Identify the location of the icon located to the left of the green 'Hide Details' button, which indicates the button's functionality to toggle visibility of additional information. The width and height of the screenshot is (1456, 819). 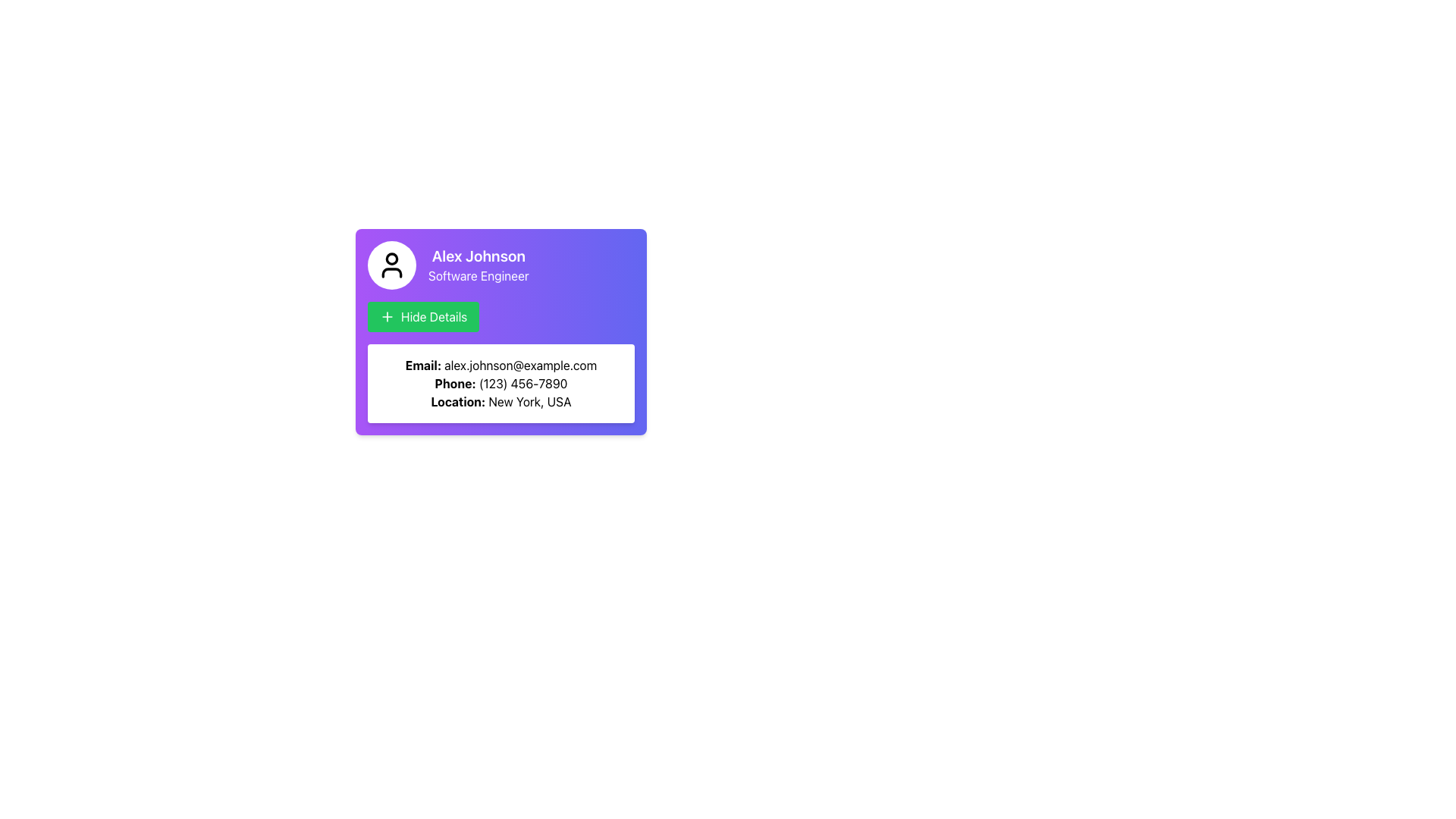
(387, 315).